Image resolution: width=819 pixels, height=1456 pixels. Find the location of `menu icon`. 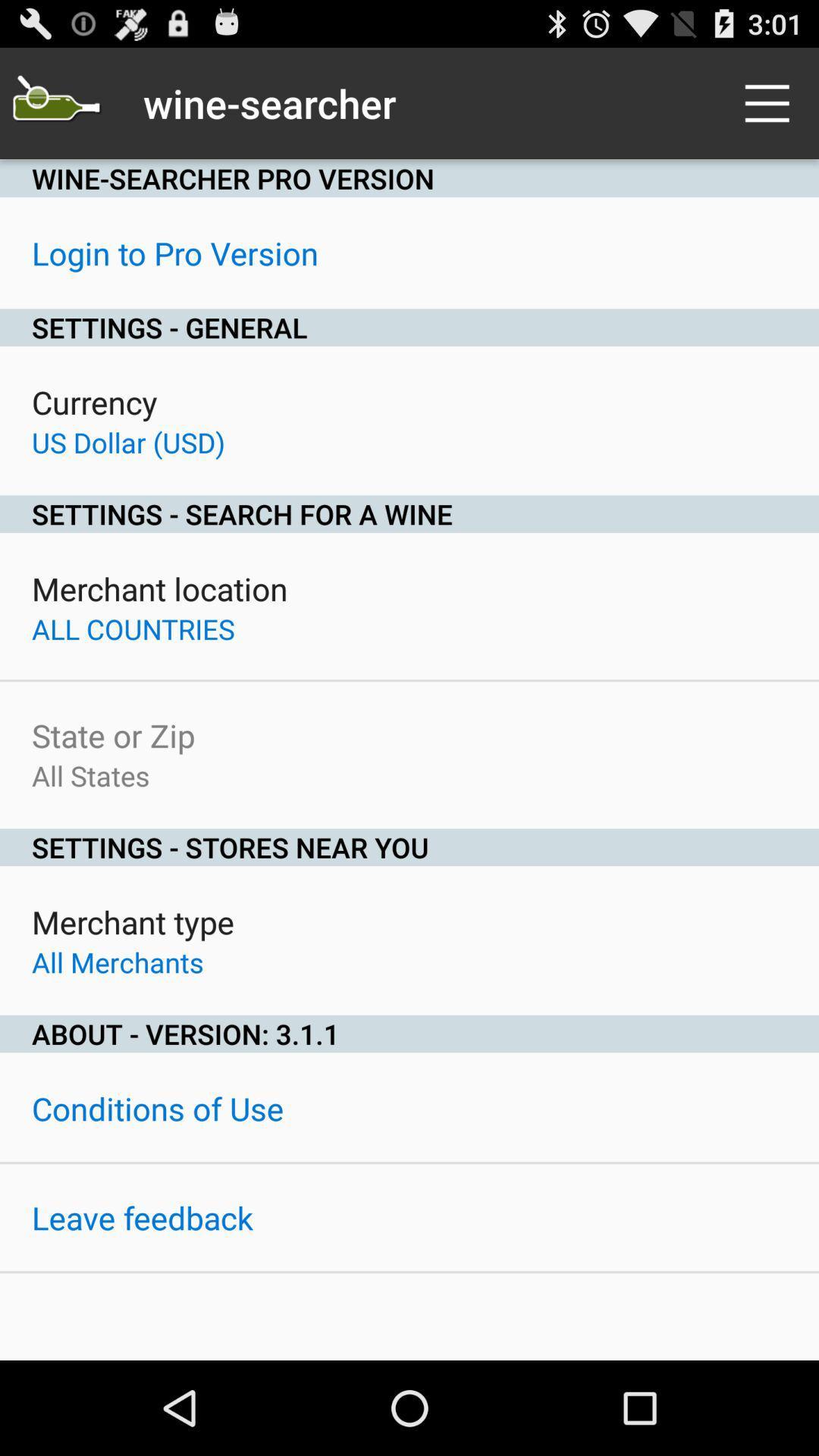

menu icon is located at coordinates (771, 103).